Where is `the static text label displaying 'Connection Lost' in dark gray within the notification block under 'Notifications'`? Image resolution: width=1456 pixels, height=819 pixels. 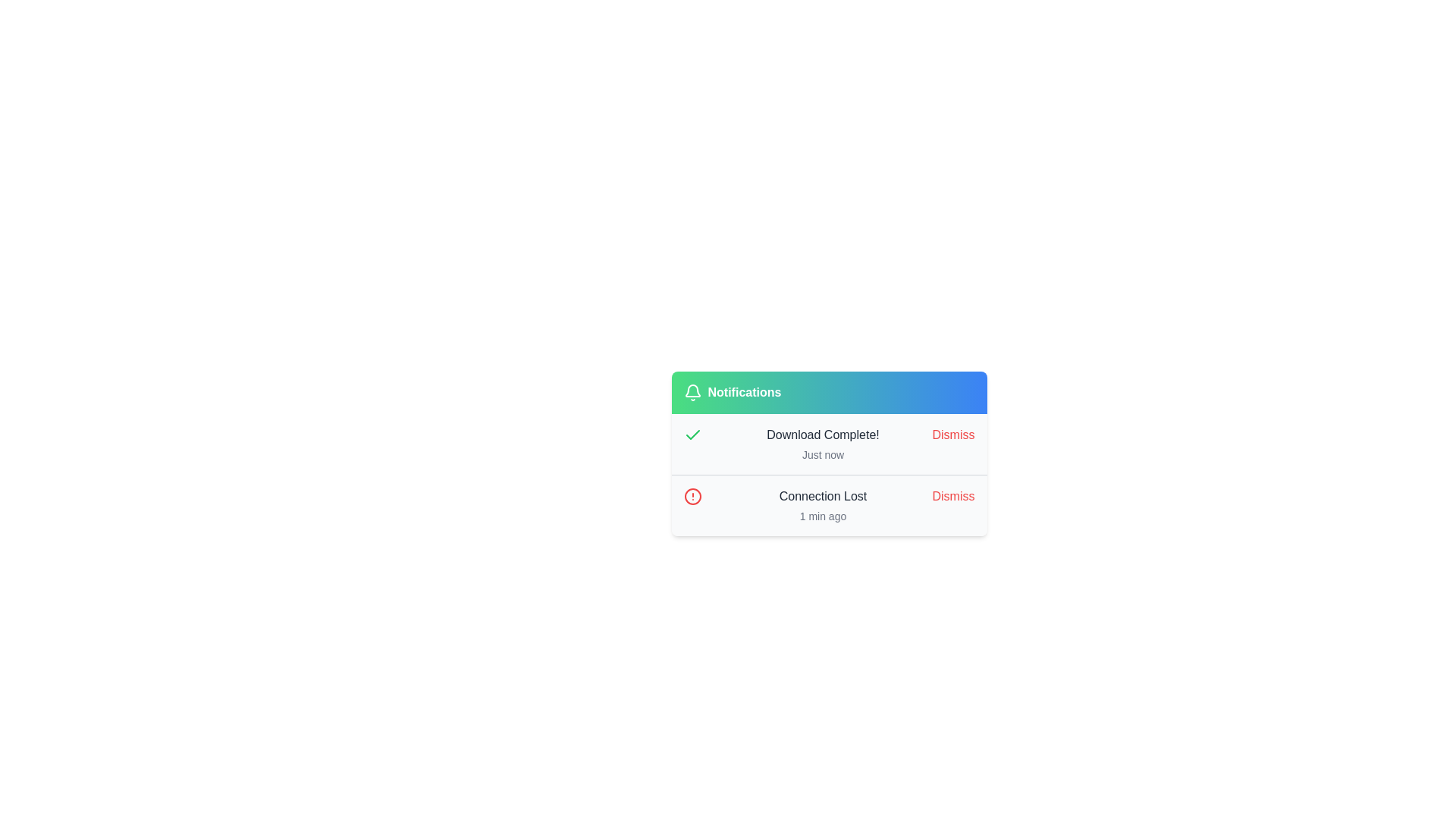 the static text label displaying 'Connection Lost' in dark gray within the notification block under 'Notifications' is located at coordinates (822, 497).